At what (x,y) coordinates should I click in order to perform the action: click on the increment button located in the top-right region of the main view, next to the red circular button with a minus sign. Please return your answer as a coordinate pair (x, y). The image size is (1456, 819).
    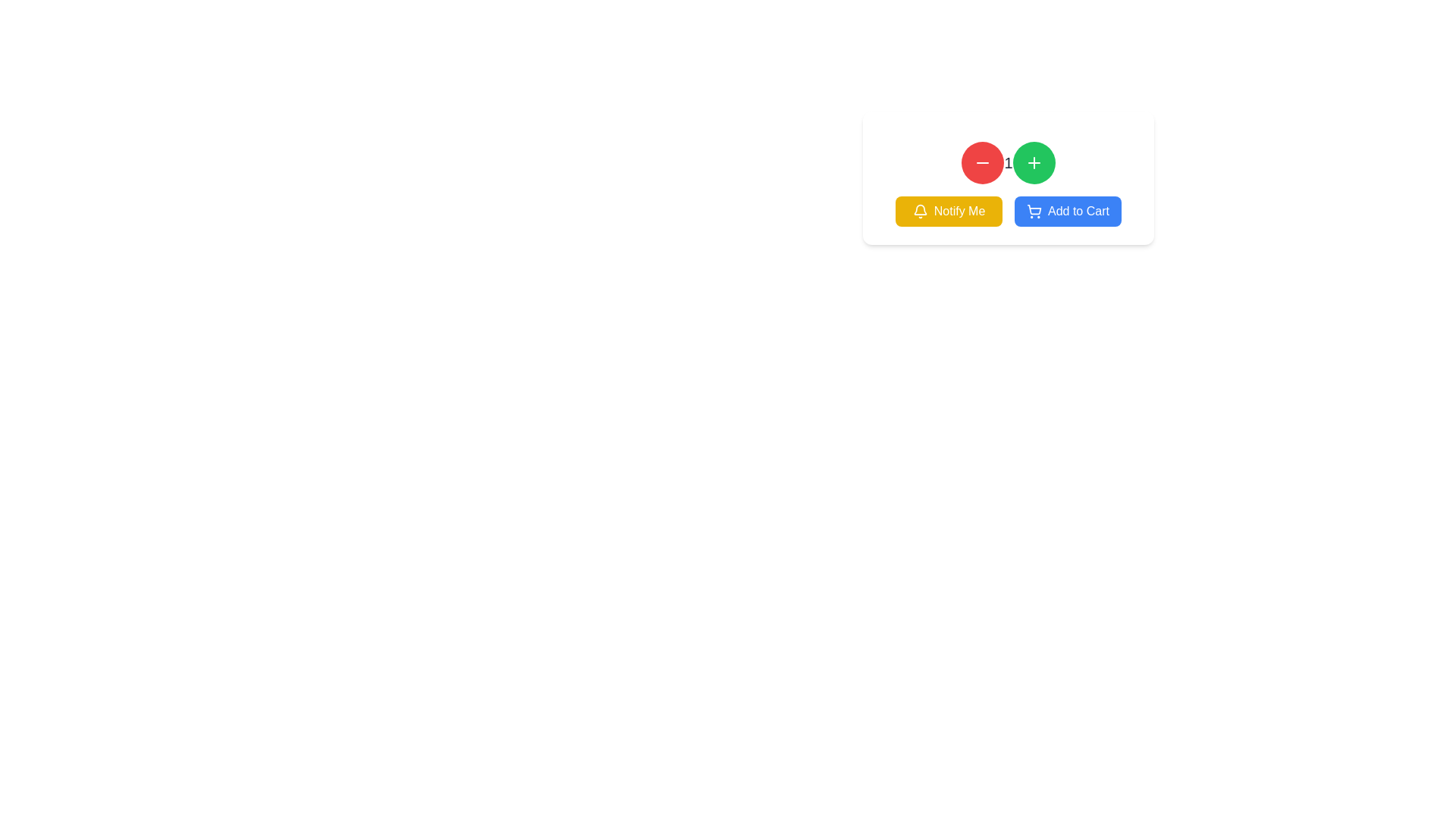
    Looking at the image, I should click on (1033, 163).